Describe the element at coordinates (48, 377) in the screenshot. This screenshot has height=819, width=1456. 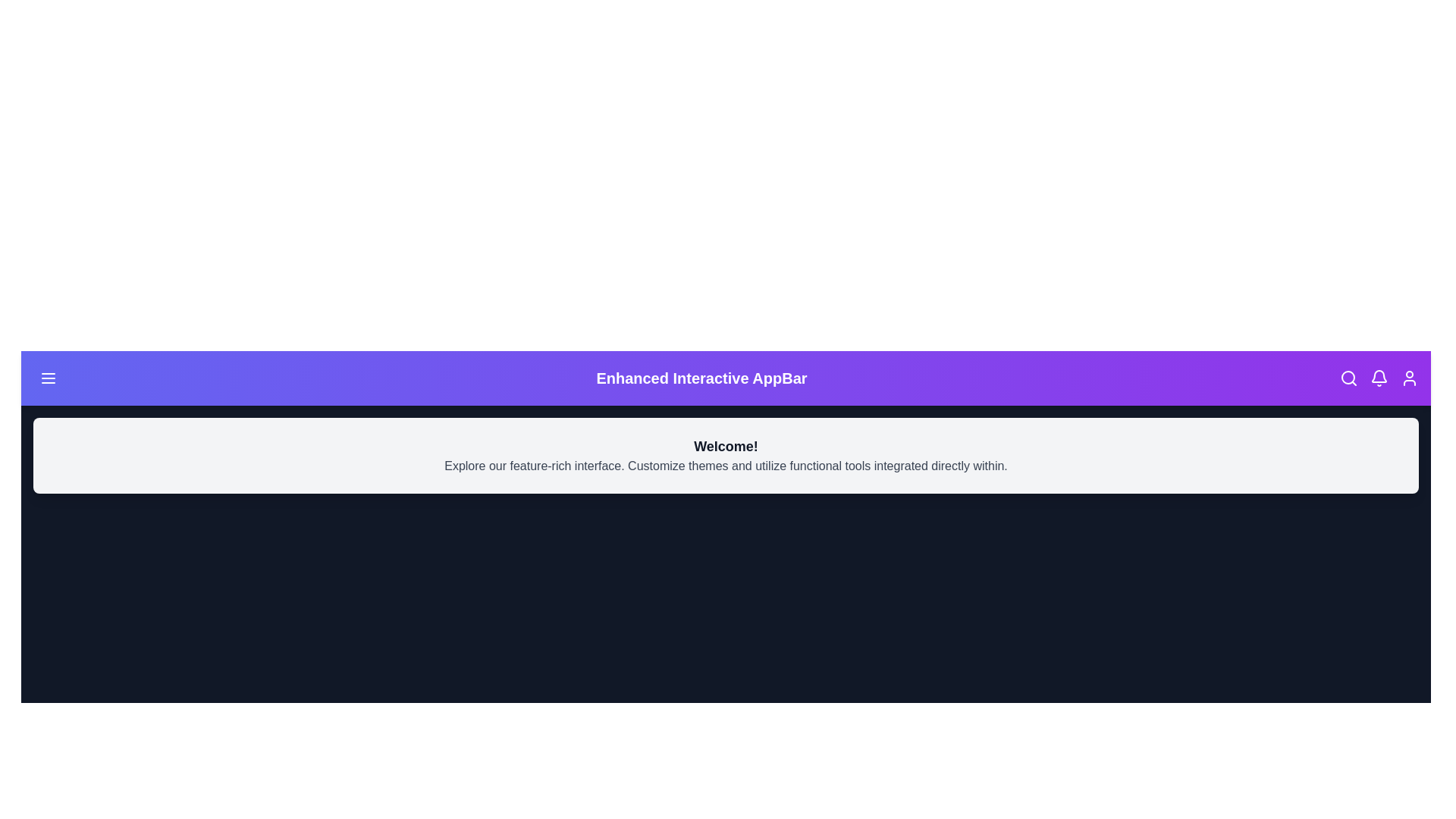
I see `the hamburger icon to toggle the main menu` at that location.